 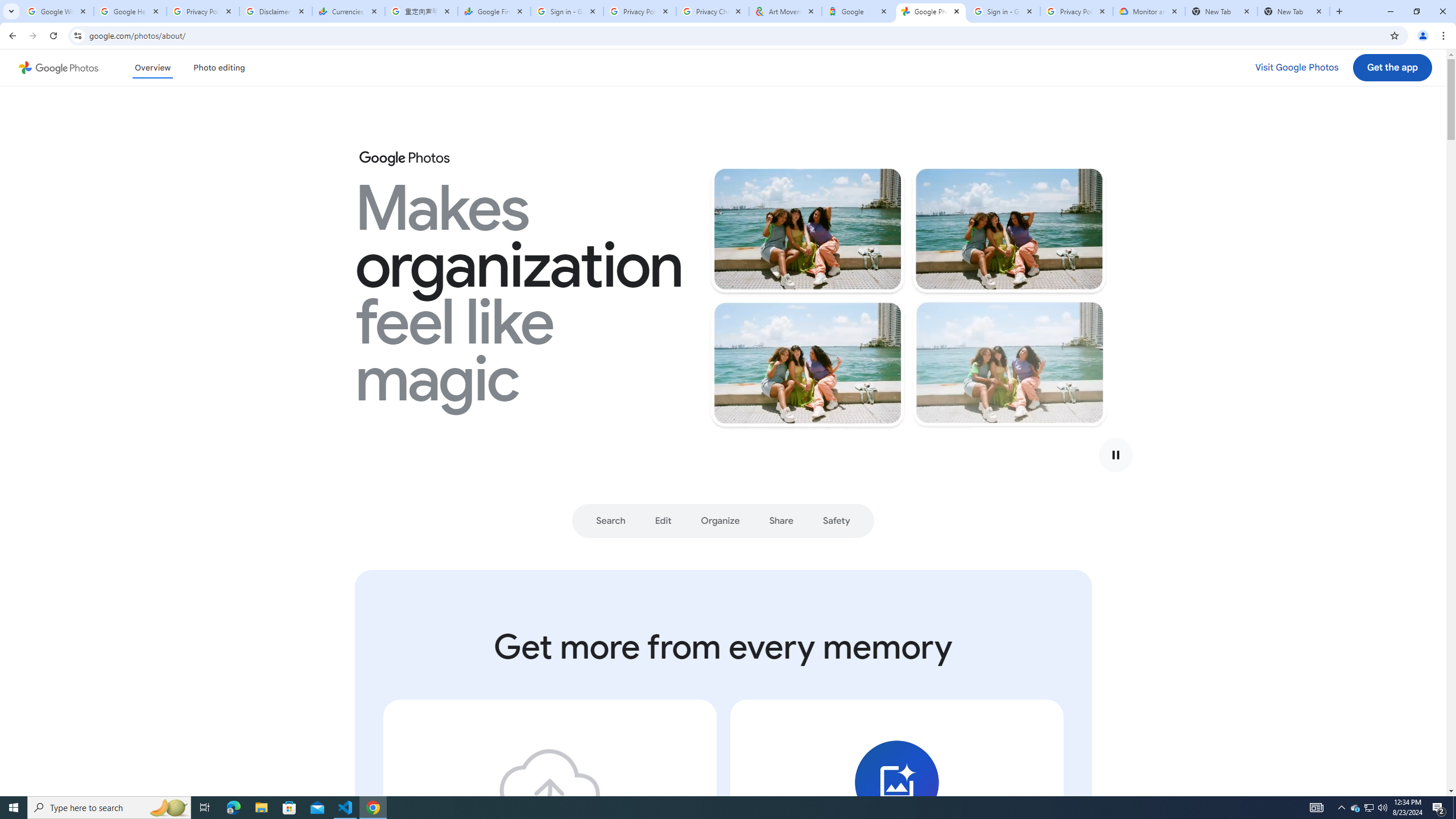 I want to click on 'Google', so click(x=858, y=11).